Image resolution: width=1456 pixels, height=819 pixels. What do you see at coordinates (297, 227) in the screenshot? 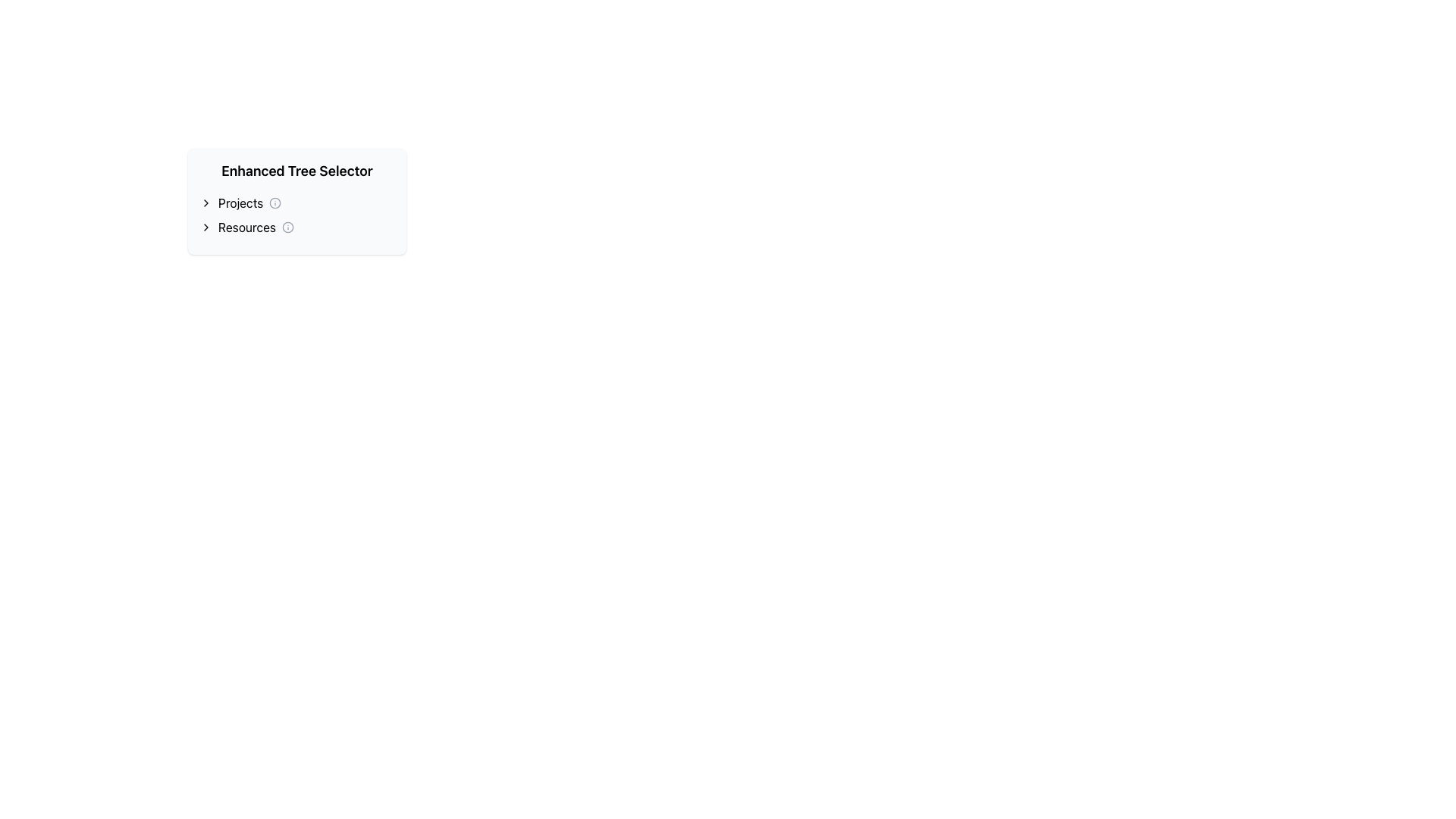
I see `the second interactive entry in the 'Enhanced Tree Selector'` at bounding box center [297, 227].